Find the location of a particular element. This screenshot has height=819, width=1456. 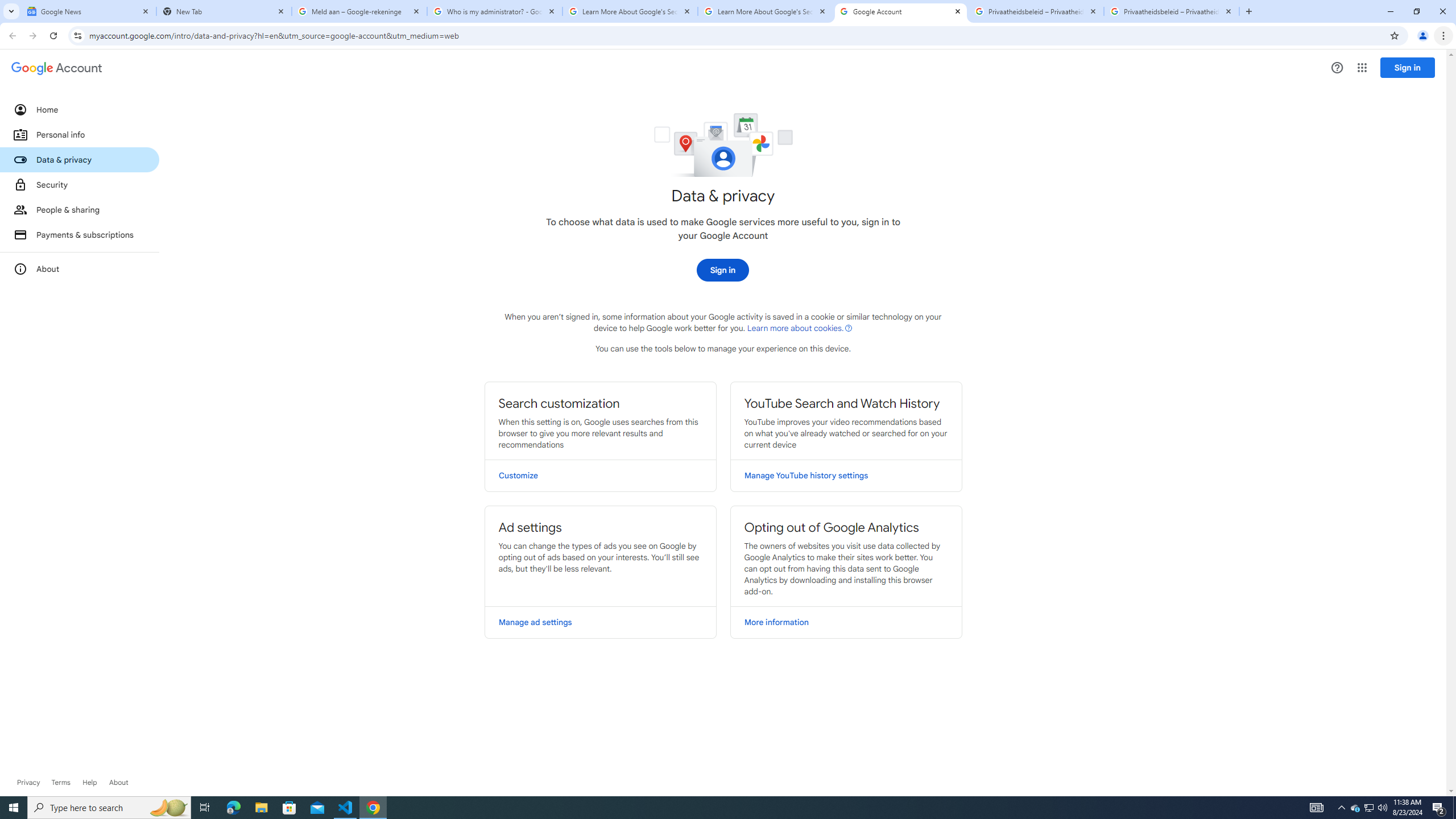

'Home' is located at coordinates (78, 109).